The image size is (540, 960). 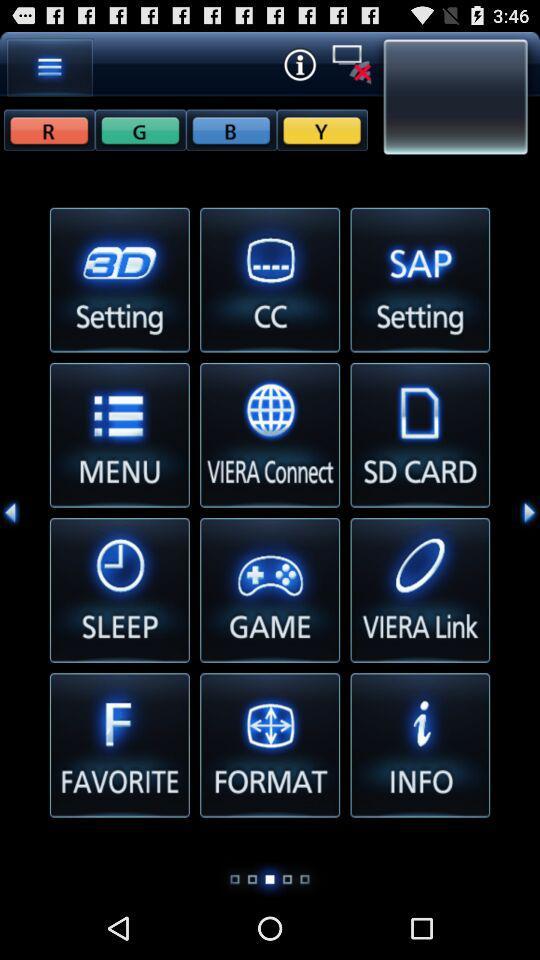 I want to click on the menu icon, so click(x=50, y=71).